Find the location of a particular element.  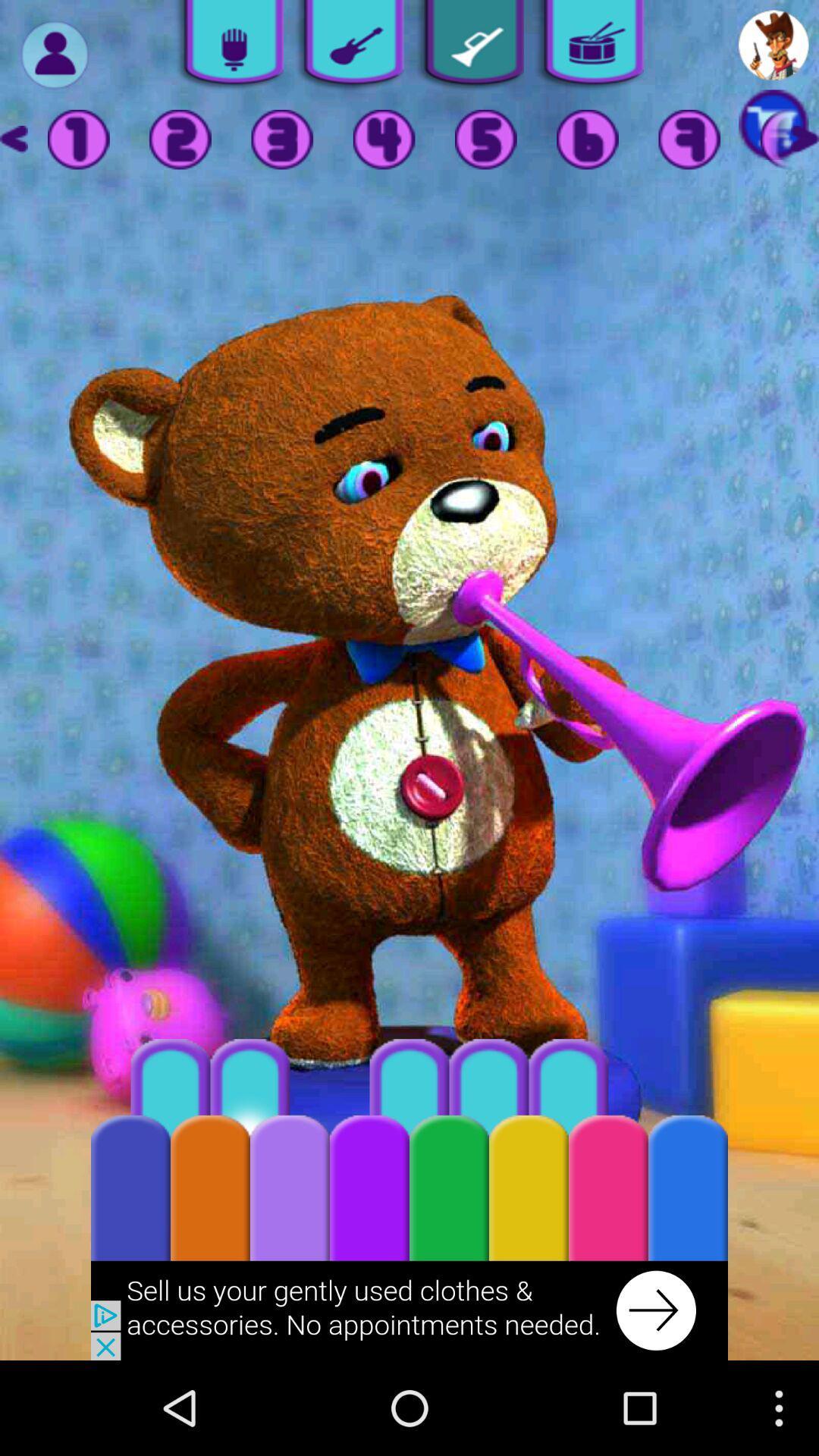

the microphone icon is located at coordinates (228, 48).